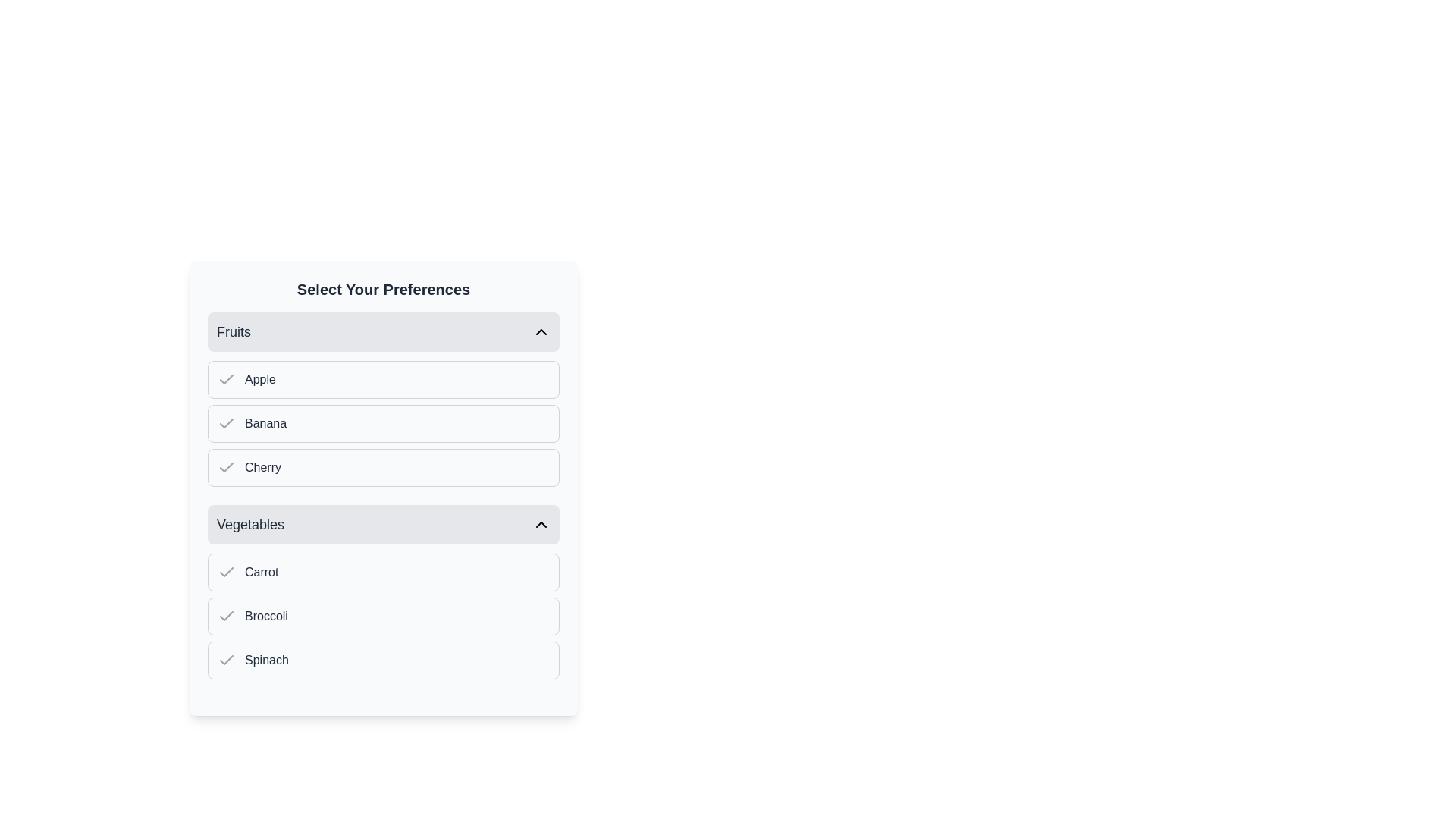 Image resolution: width=1456 pixels, height=819 pixels. Describe the element at coordinates (225, 424) in the screenshot. I see `the checkmark icon indicating selection or confirmation associated with the 'Banana' option in the 'Fruits' category` at that location.